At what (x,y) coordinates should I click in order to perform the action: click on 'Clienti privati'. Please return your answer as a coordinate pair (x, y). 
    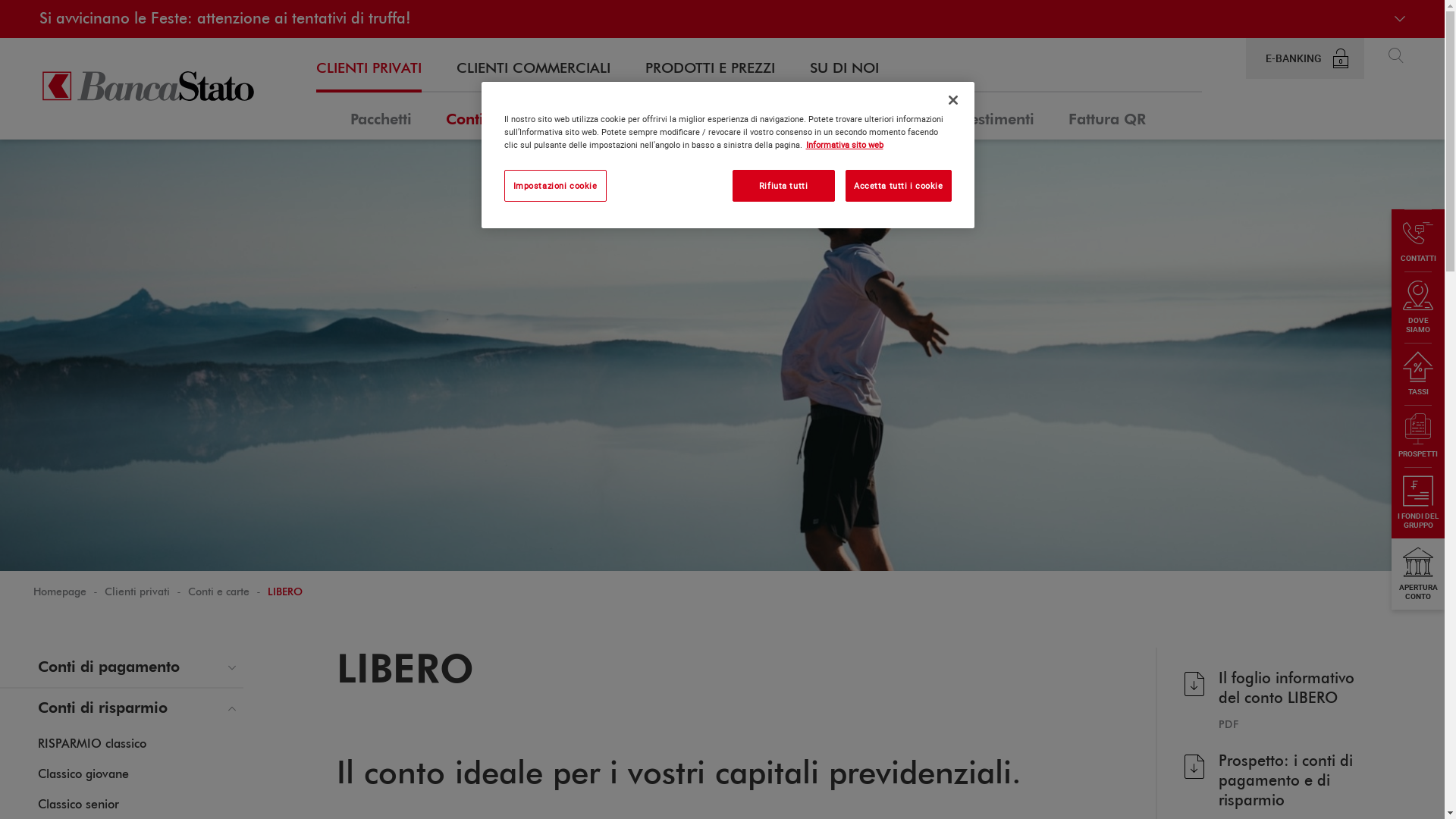
    Looking at the image, I should click on (137, 591).